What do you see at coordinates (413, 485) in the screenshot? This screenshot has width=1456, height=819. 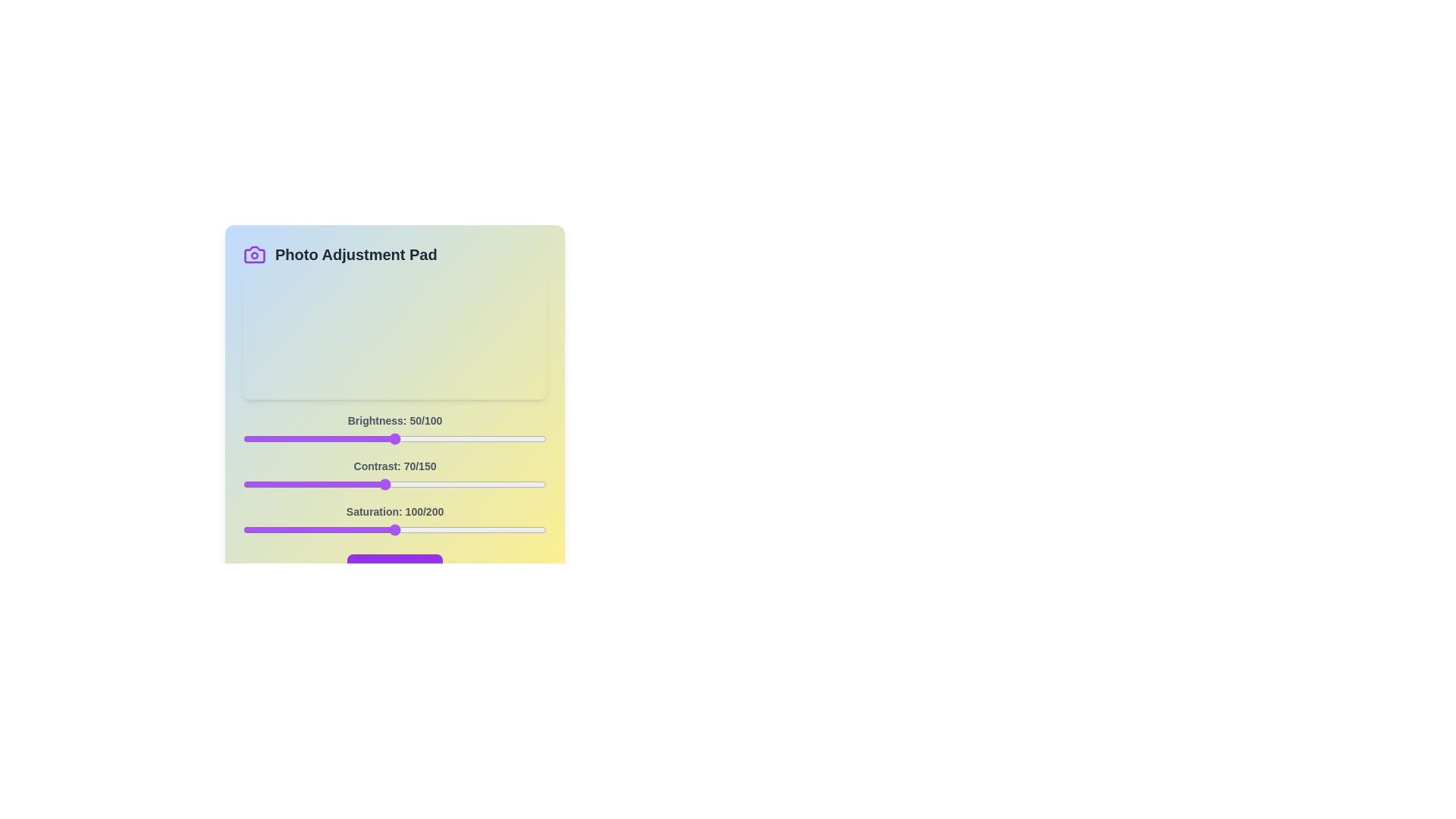 I see `the 1 slider to 84` at bounding box center [413, 485].